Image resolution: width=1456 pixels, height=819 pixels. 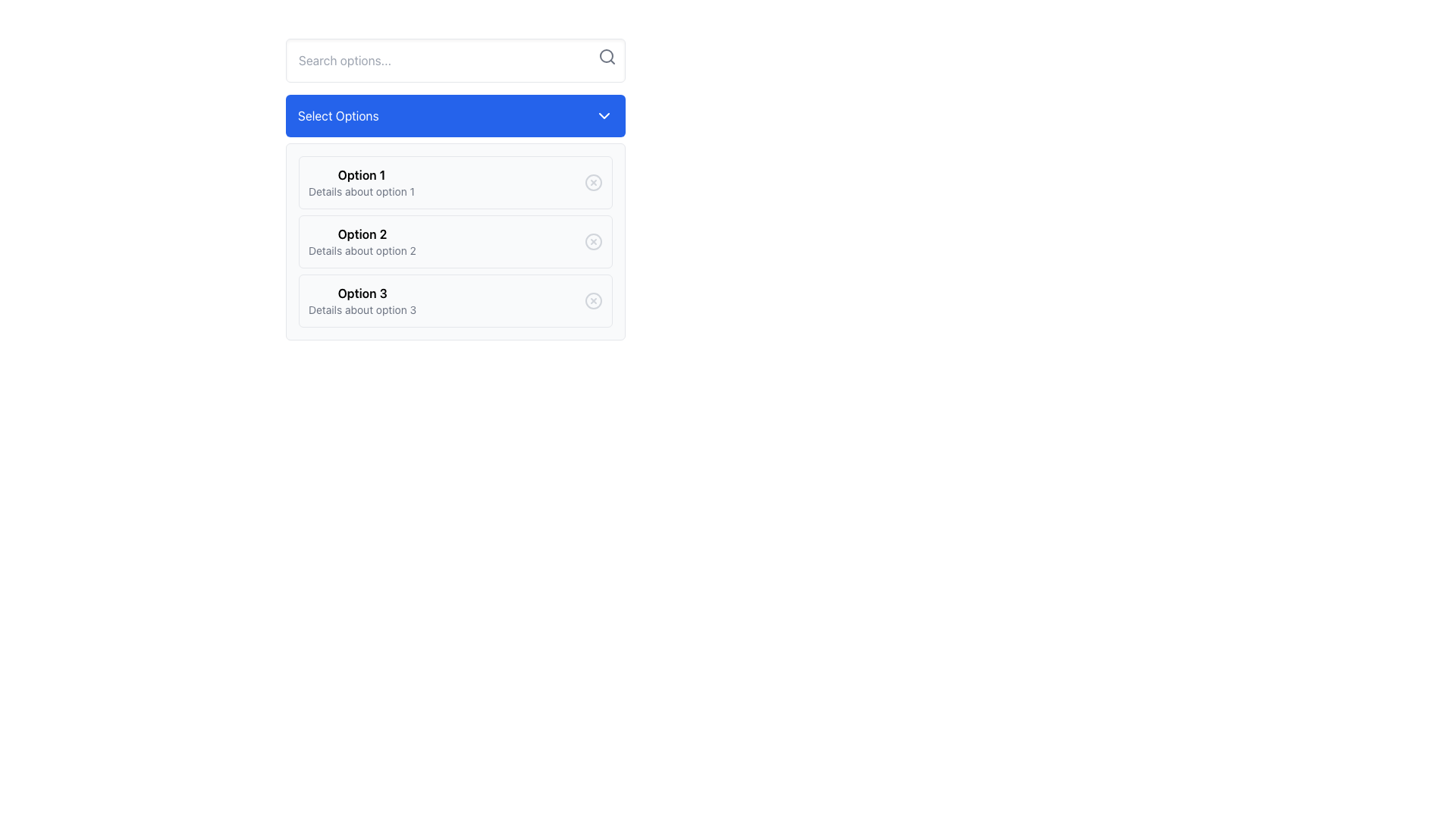 I want to click on the second list item in the 'Select Options' dropdown, which displays 'Option 2' in bold and 'Details about option 2' in smaller gray font, so click(x=361, y=241).